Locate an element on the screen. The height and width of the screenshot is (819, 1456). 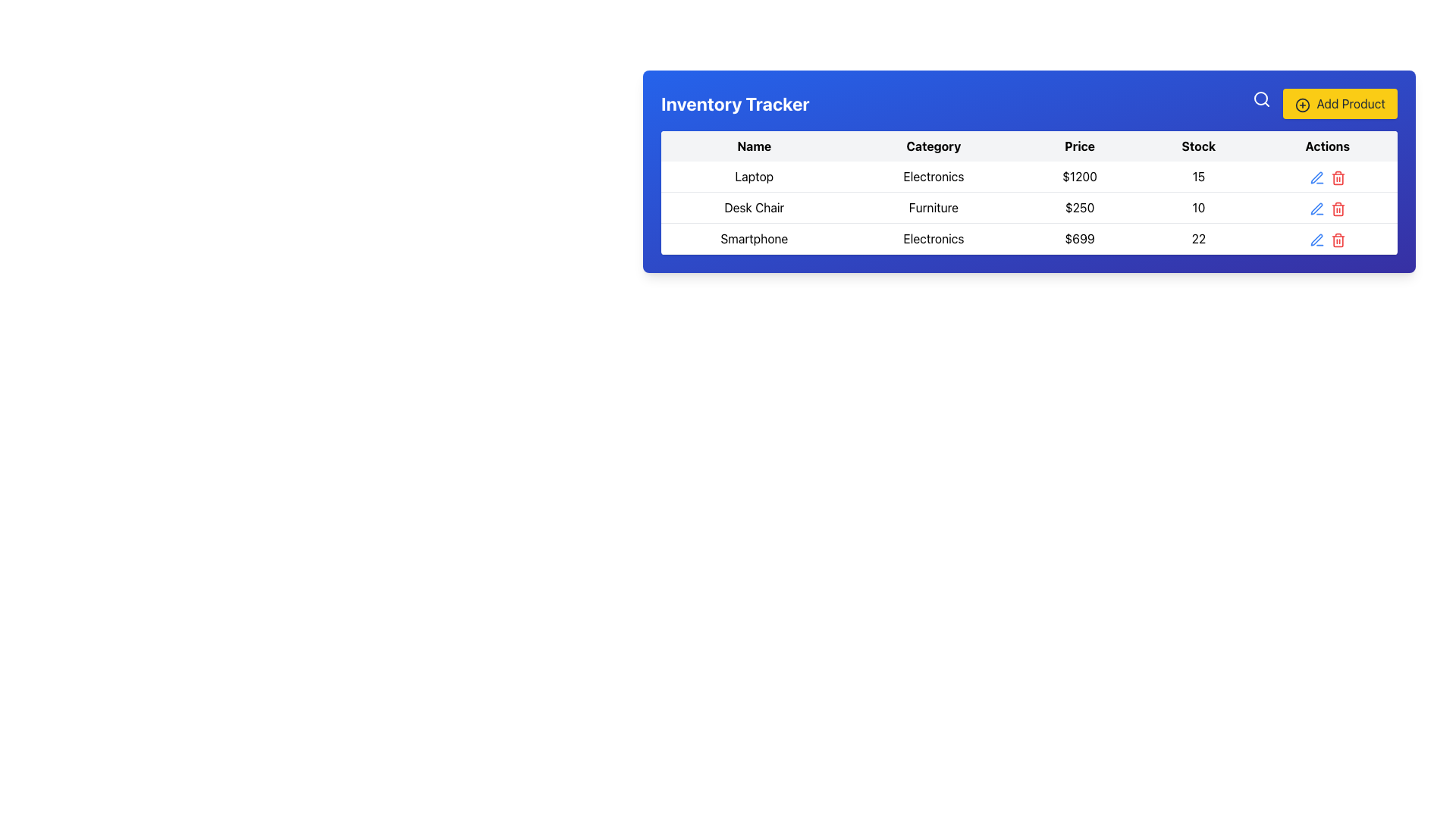
the third row in the 'Inventory Tracker' table that displays information about the product 'Smartphone' is located at coordinates (1029, 239).